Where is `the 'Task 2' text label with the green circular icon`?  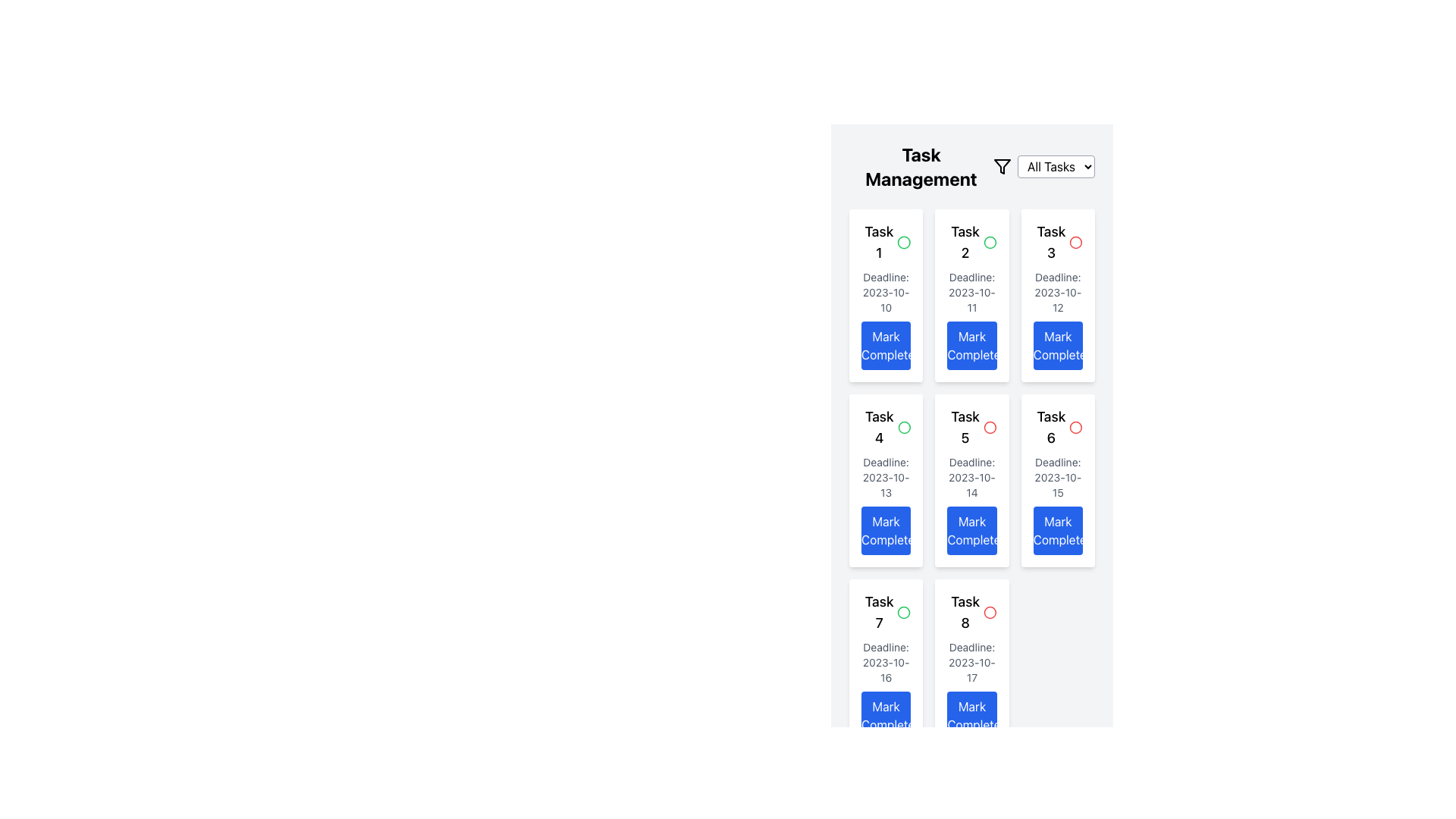 the 'Task 2' text label with the green circular icon is located at coordinates (971, 242).